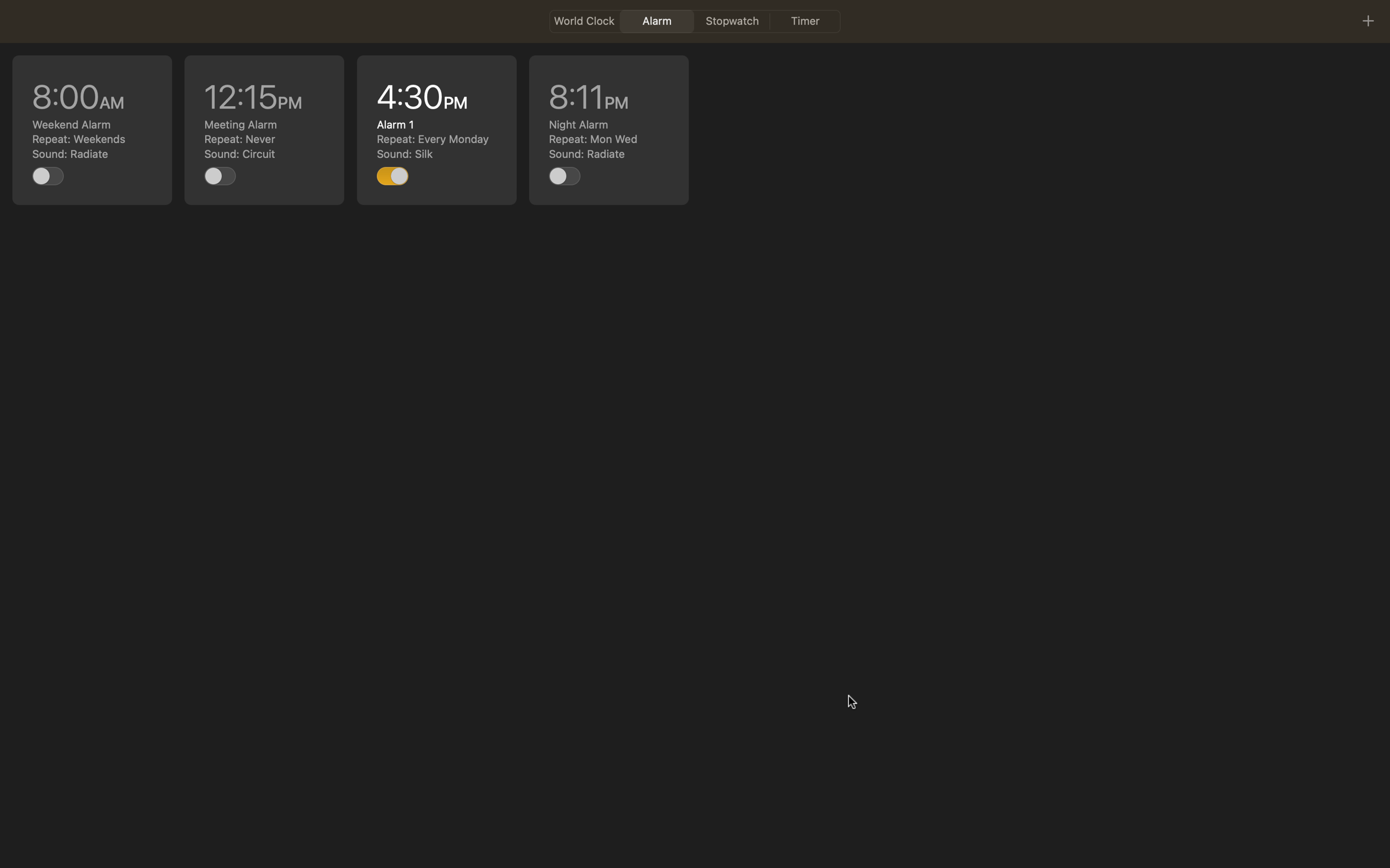 The height and width of the screenshot is (868, 1390). What do you see at coordinates (264, 129) in the screenshot?
I see `Make changes to the 12pm appointment` at bounding box center [264, 129].